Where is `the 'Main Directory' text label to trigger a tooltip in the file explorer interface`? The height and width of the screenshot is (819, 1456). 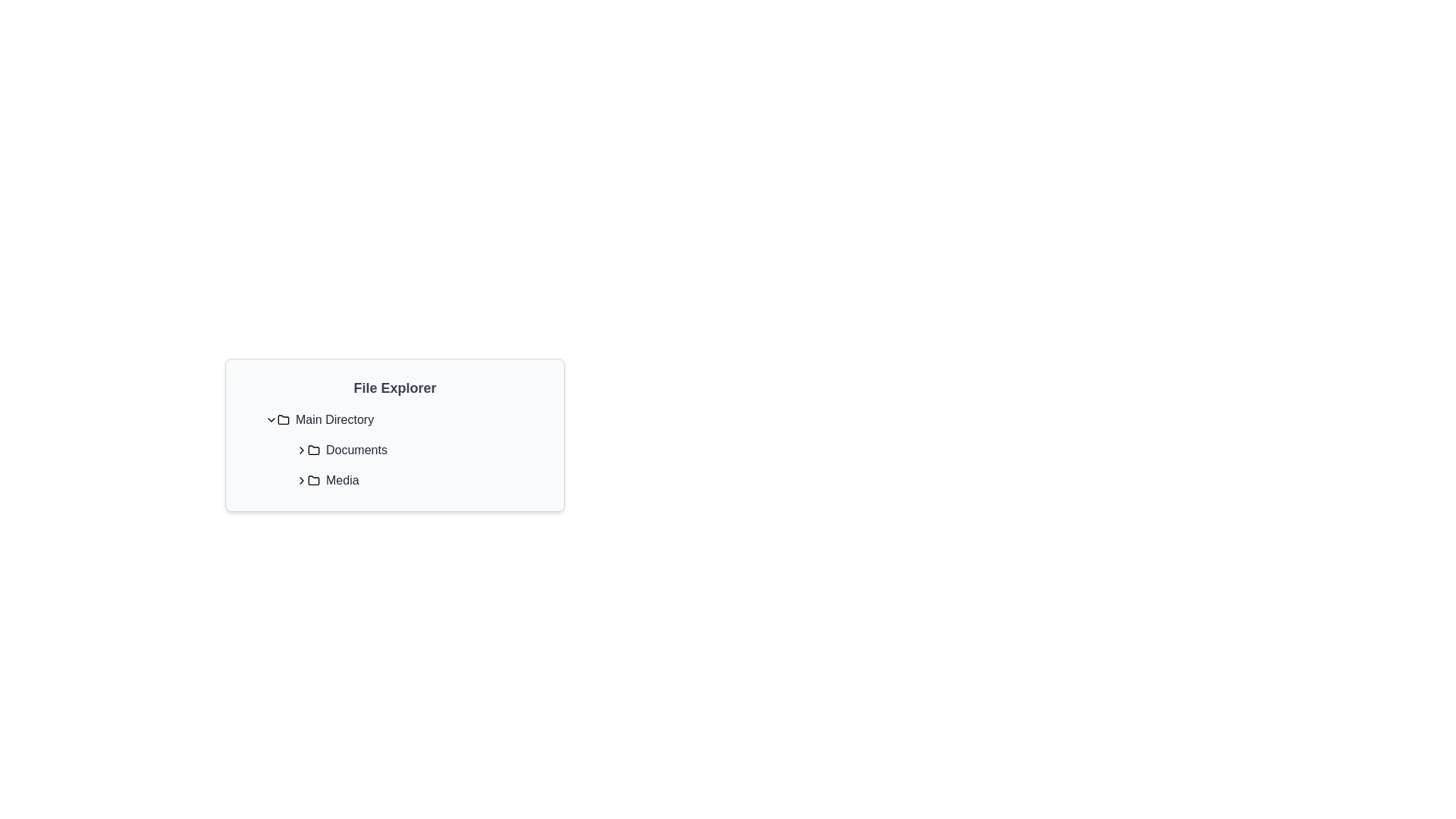
the 'Main Directory' text label to trigger a tooltip in the file explorer interface is located at coordinates (334, 420).